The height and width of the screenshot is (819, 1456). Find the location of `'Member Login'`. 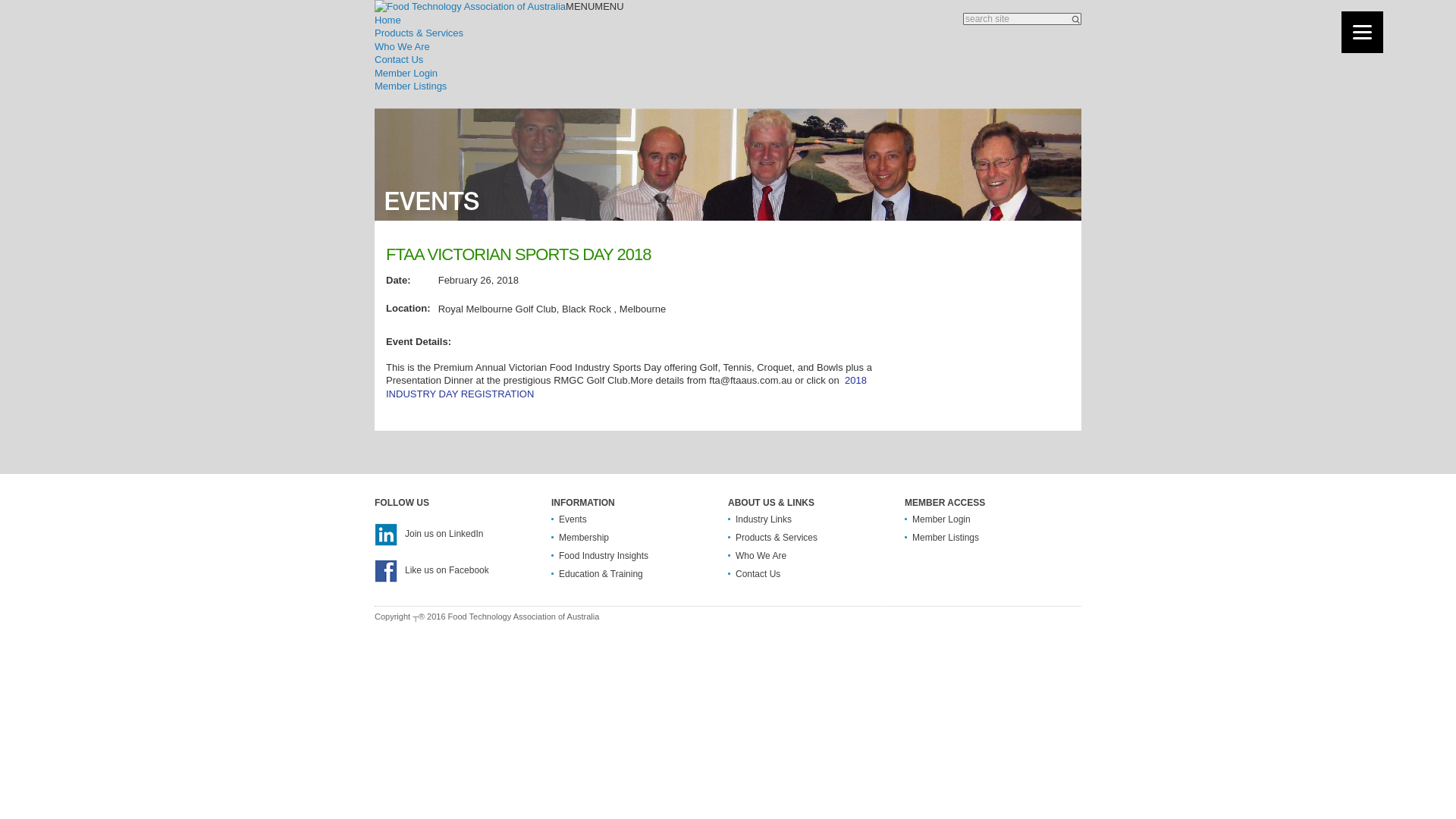

'Member Login' is located at coordinates (912, 519).